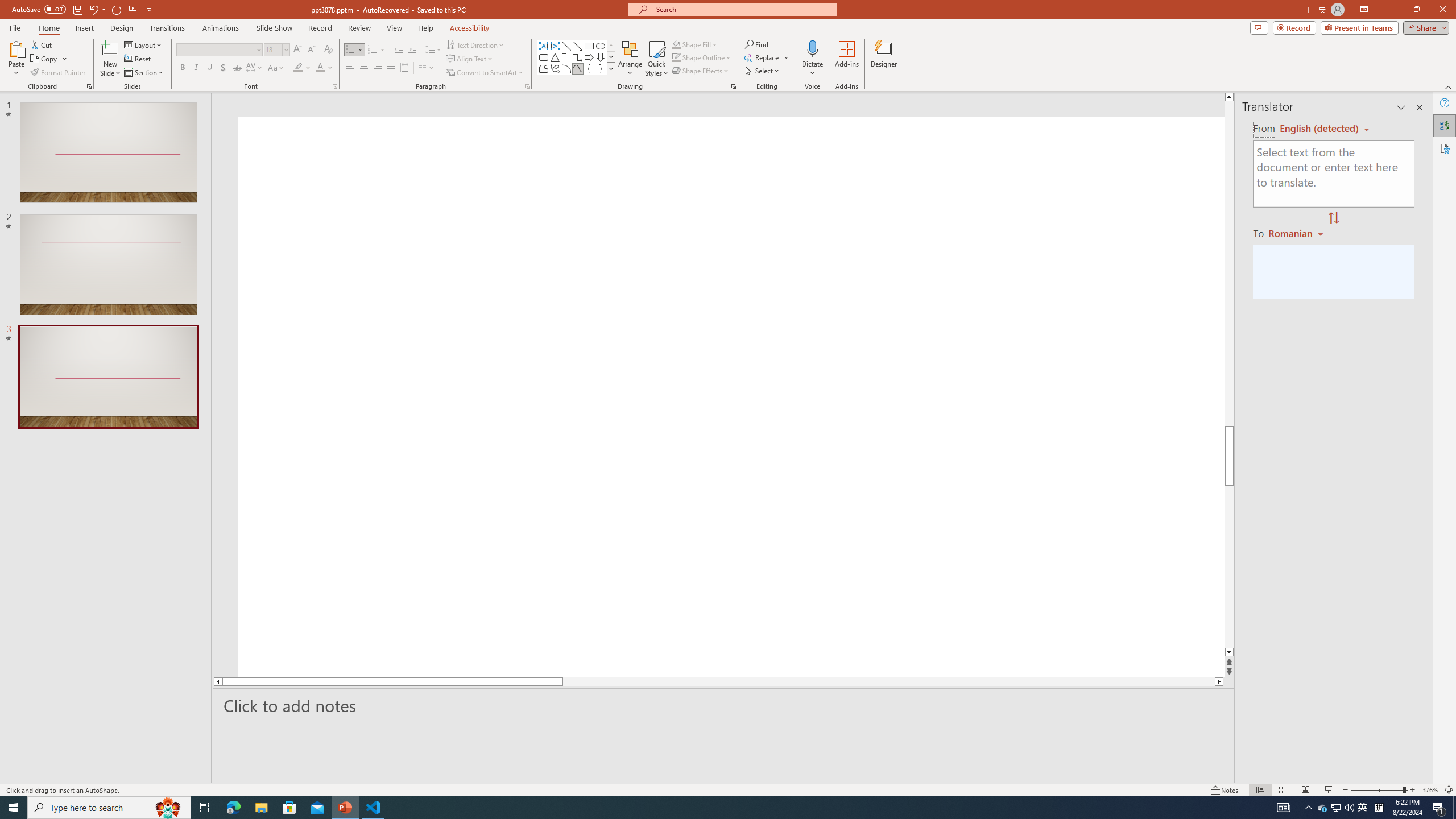 This screenshot has height=819, width=1456. I want to click on 'Czech (detected)', so click(1319, 128).